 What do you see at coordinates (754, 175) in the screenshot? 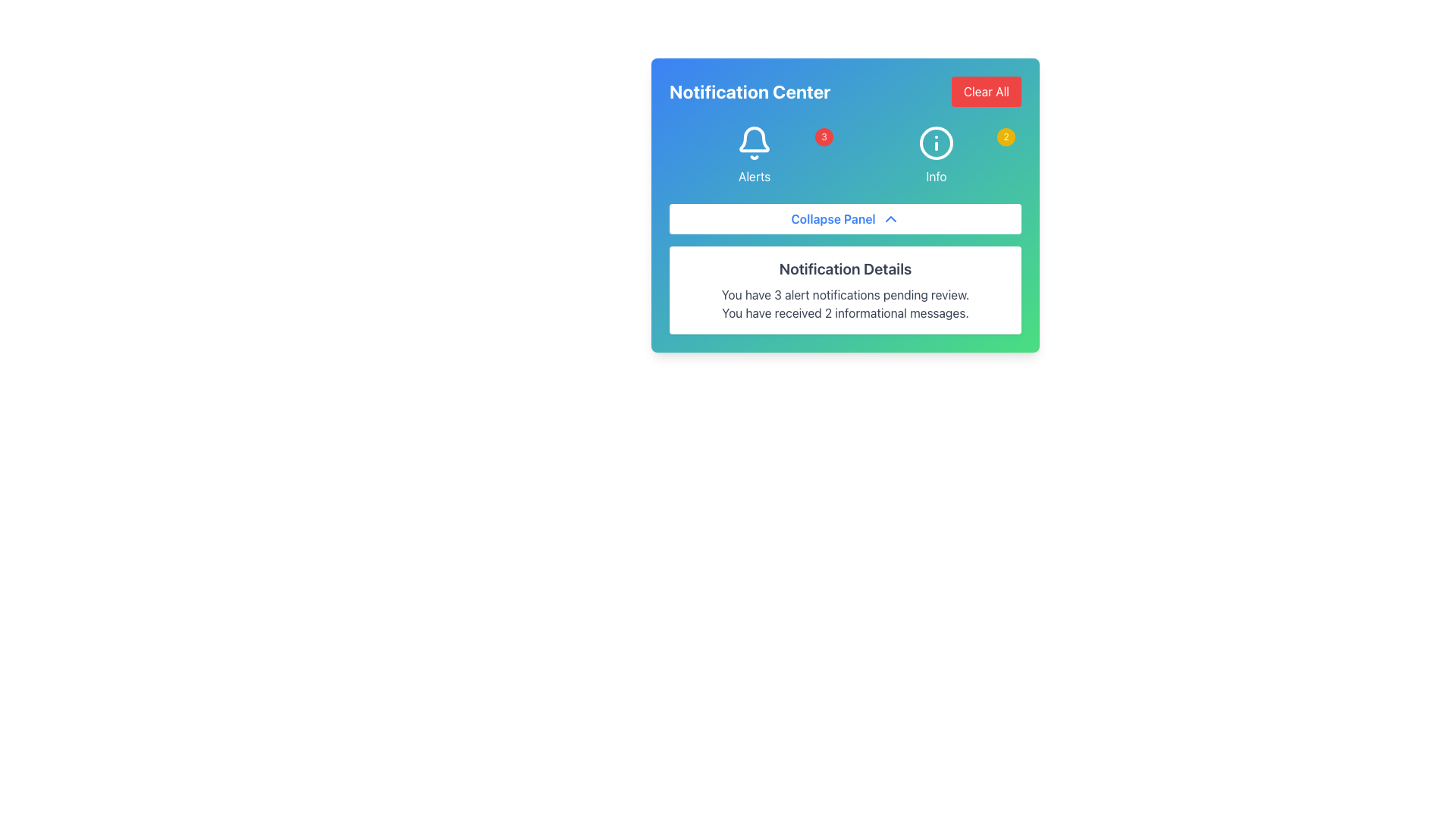
I see `text label that displays 'Alerts' in bold white color, located below the bell icon in the notification center interface` at bounding box center [754, 175].